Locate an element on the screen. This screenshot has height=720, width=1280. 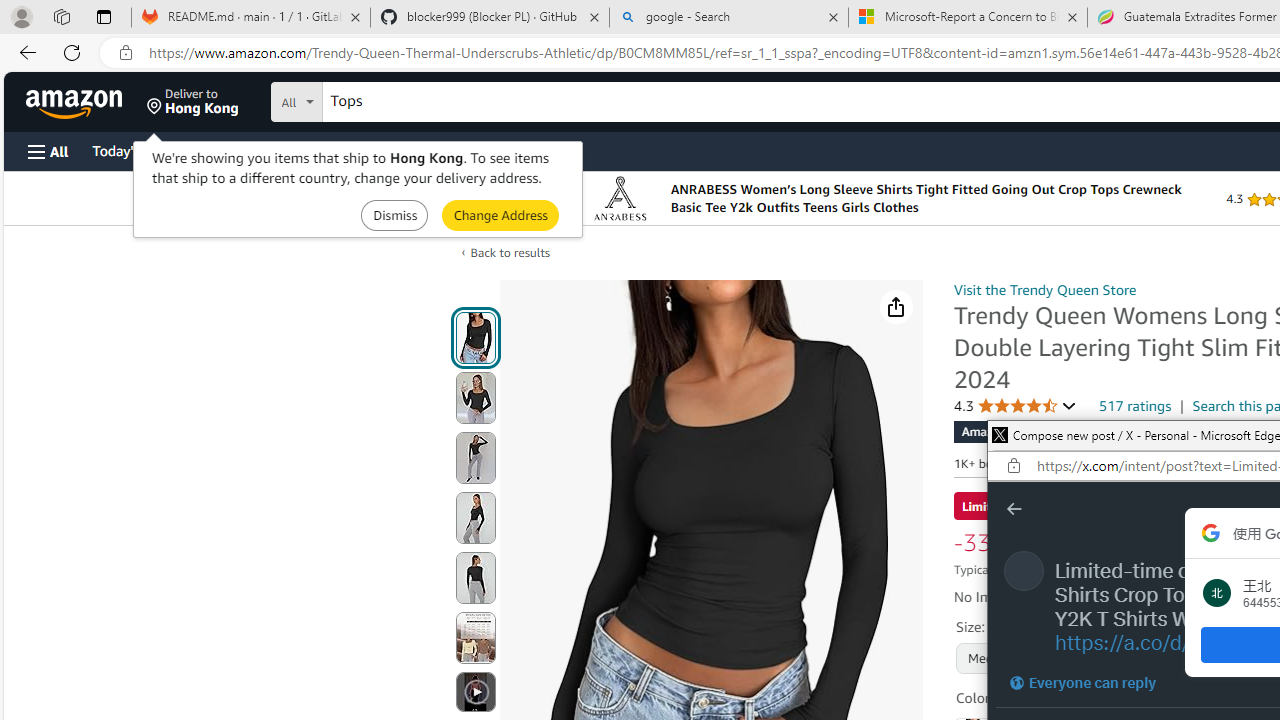
'Deliver to Hong Kong' is located at coordinates (193, 101).